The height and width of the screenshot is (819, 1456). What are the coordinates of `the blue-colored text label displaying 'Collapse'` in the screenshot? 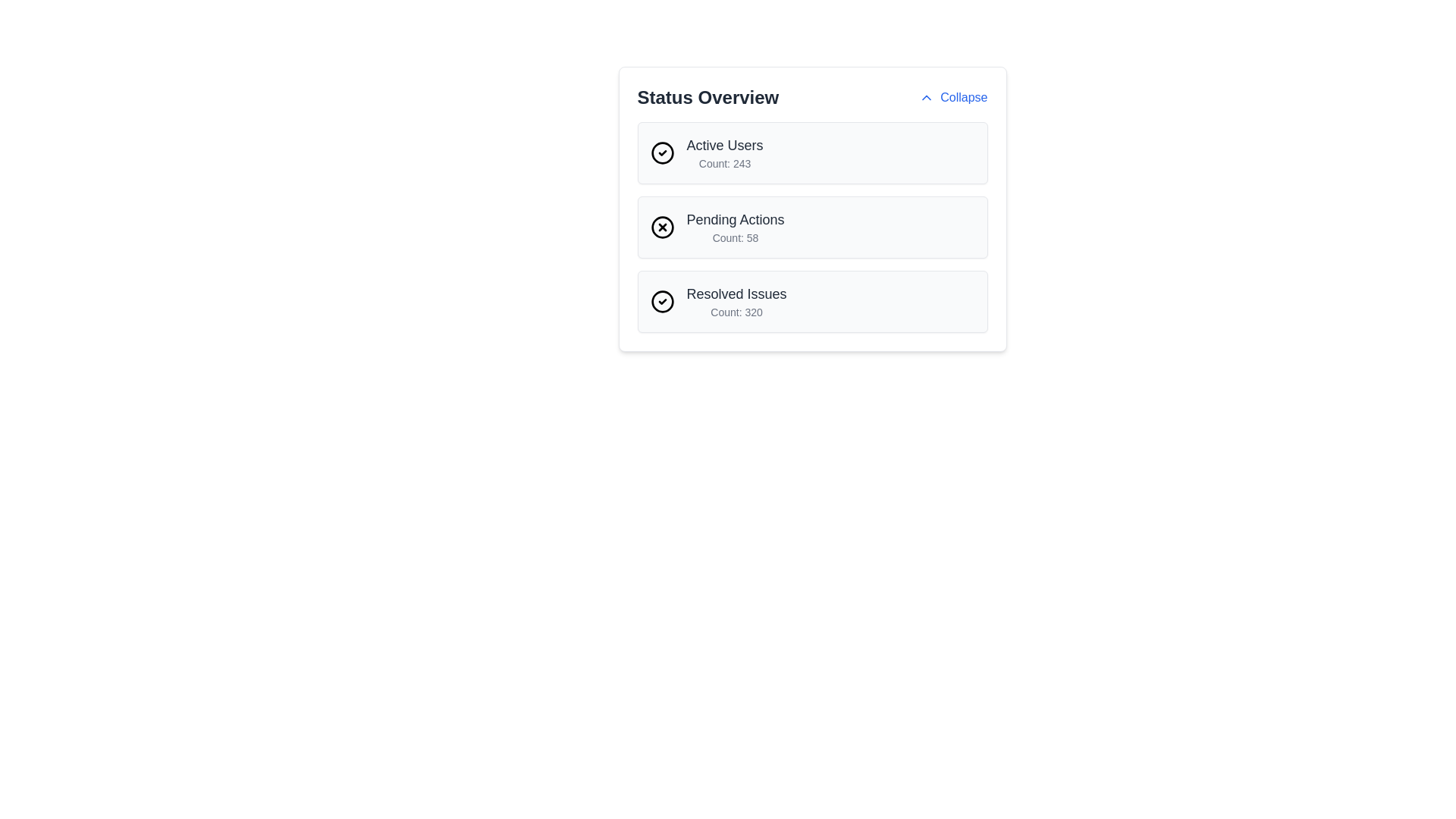 It's located at (963, 97).